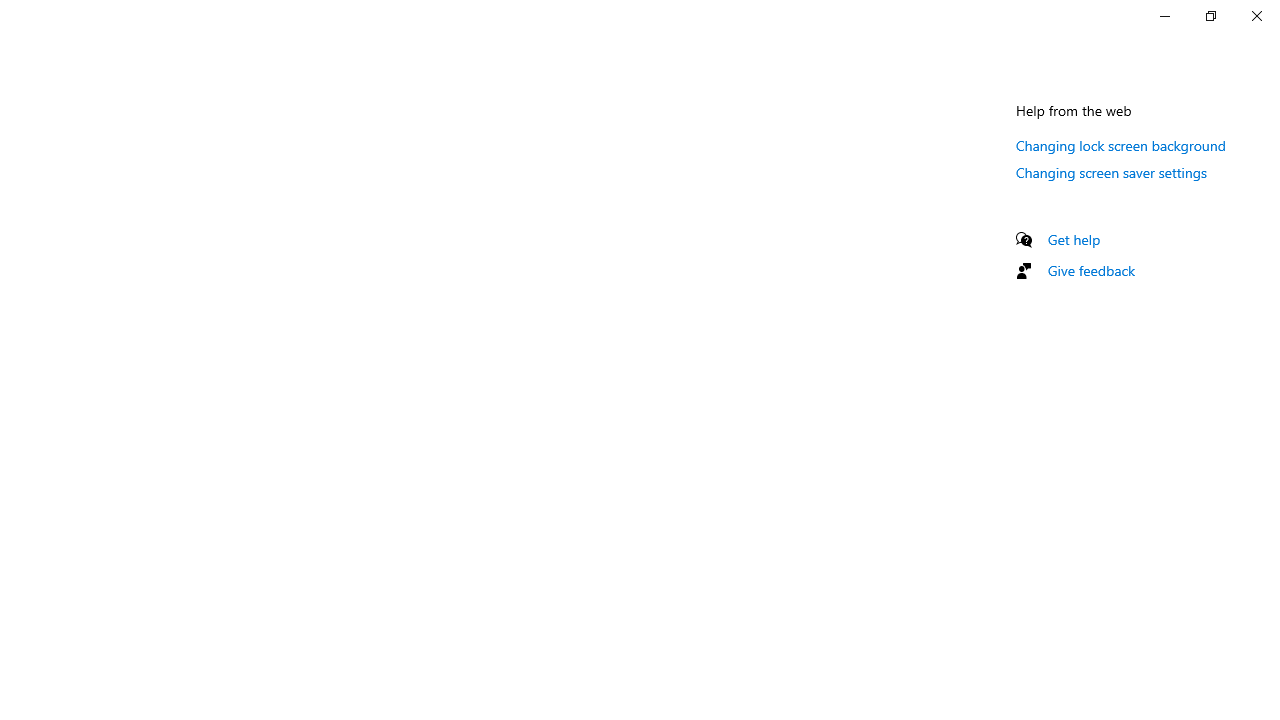  What do you see at coordinates (1121, 144) in the screenshot?
I see `'Changing lock screen background'` at bounding box center [1121, 144].